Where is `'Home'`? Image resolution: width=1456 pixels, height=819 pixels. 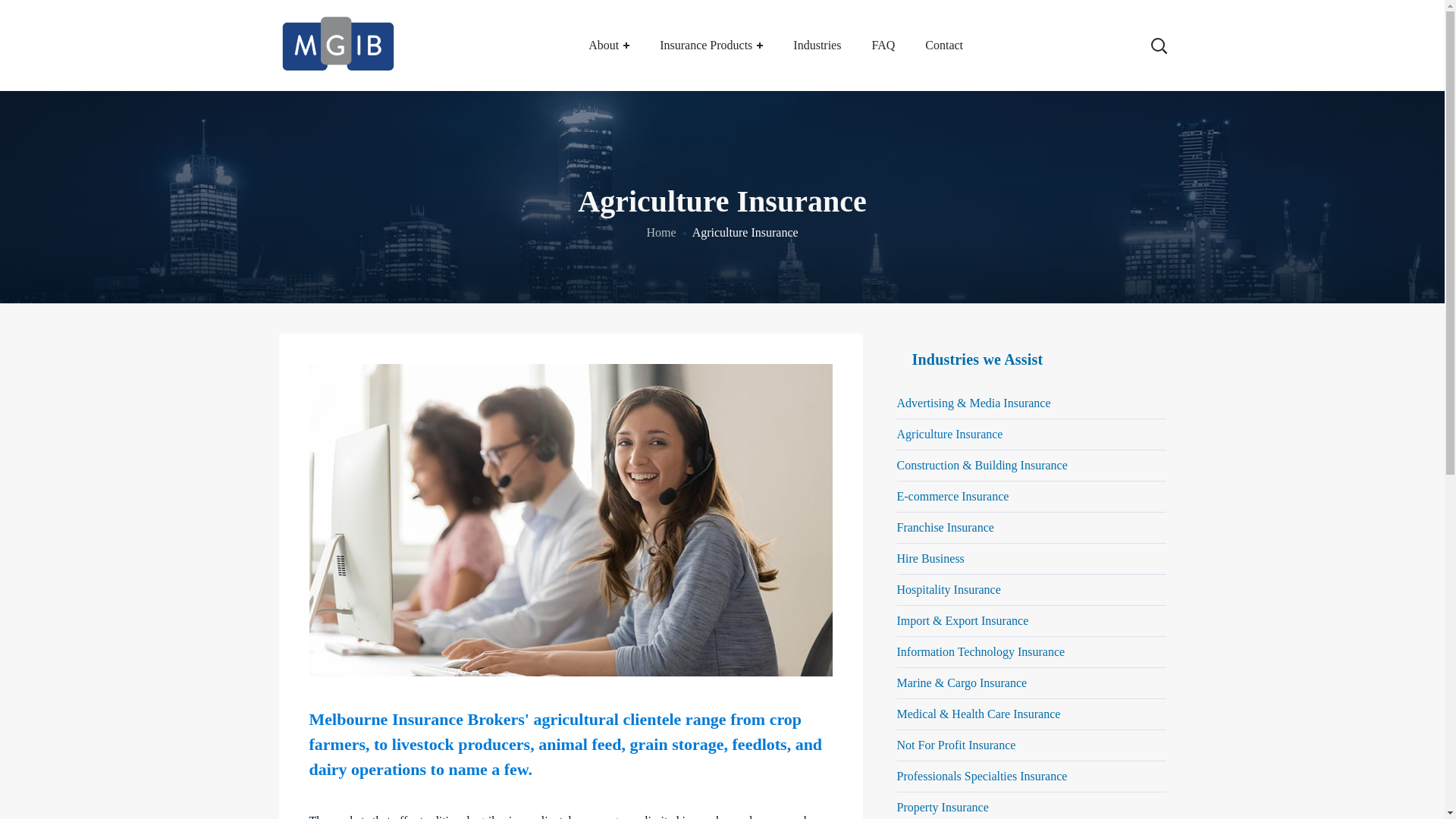 'Home' is located at coordinates (661, 232).